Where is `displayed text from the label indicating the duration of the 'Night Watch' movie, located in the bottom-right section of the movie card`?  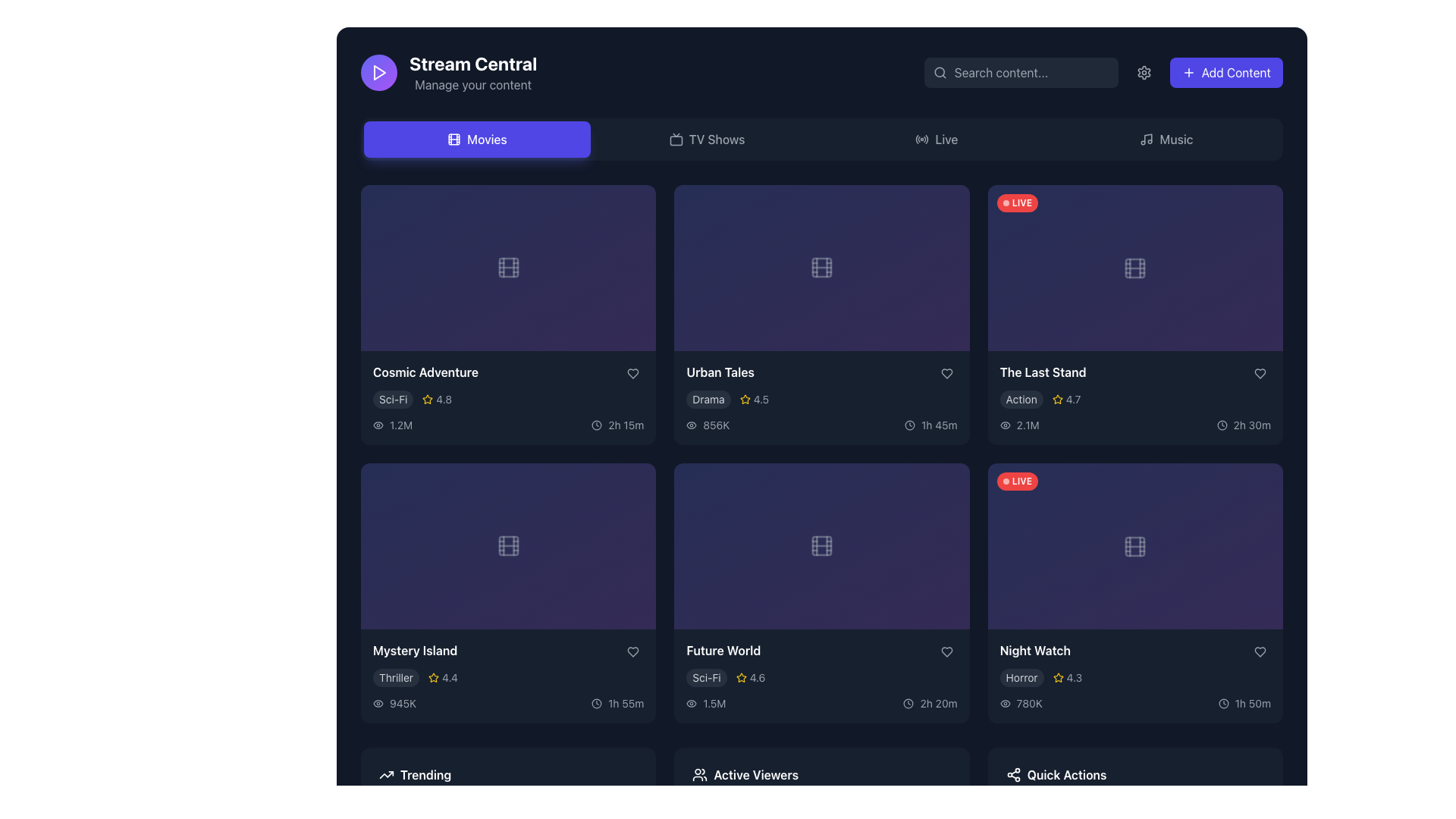
displayed text from the label indicating the duration of the 'Night Watch' movie, located in the bottom-right section of the movie card is located at coordinates (1244, 704).